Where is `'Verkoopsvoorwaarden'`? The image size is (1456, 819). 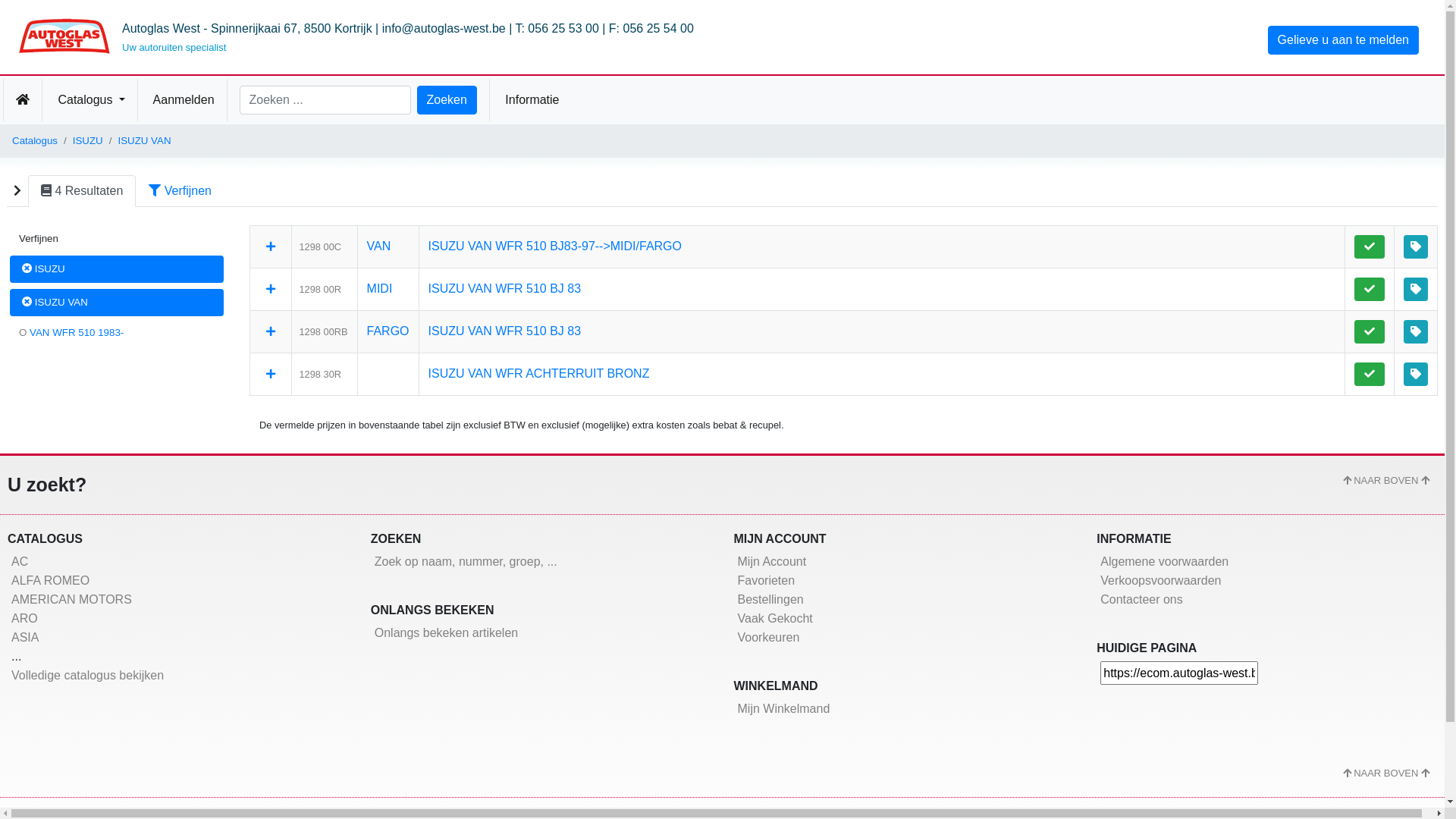 'Verkoopsvoorwaarden' is located at coordinates (1100, 580).